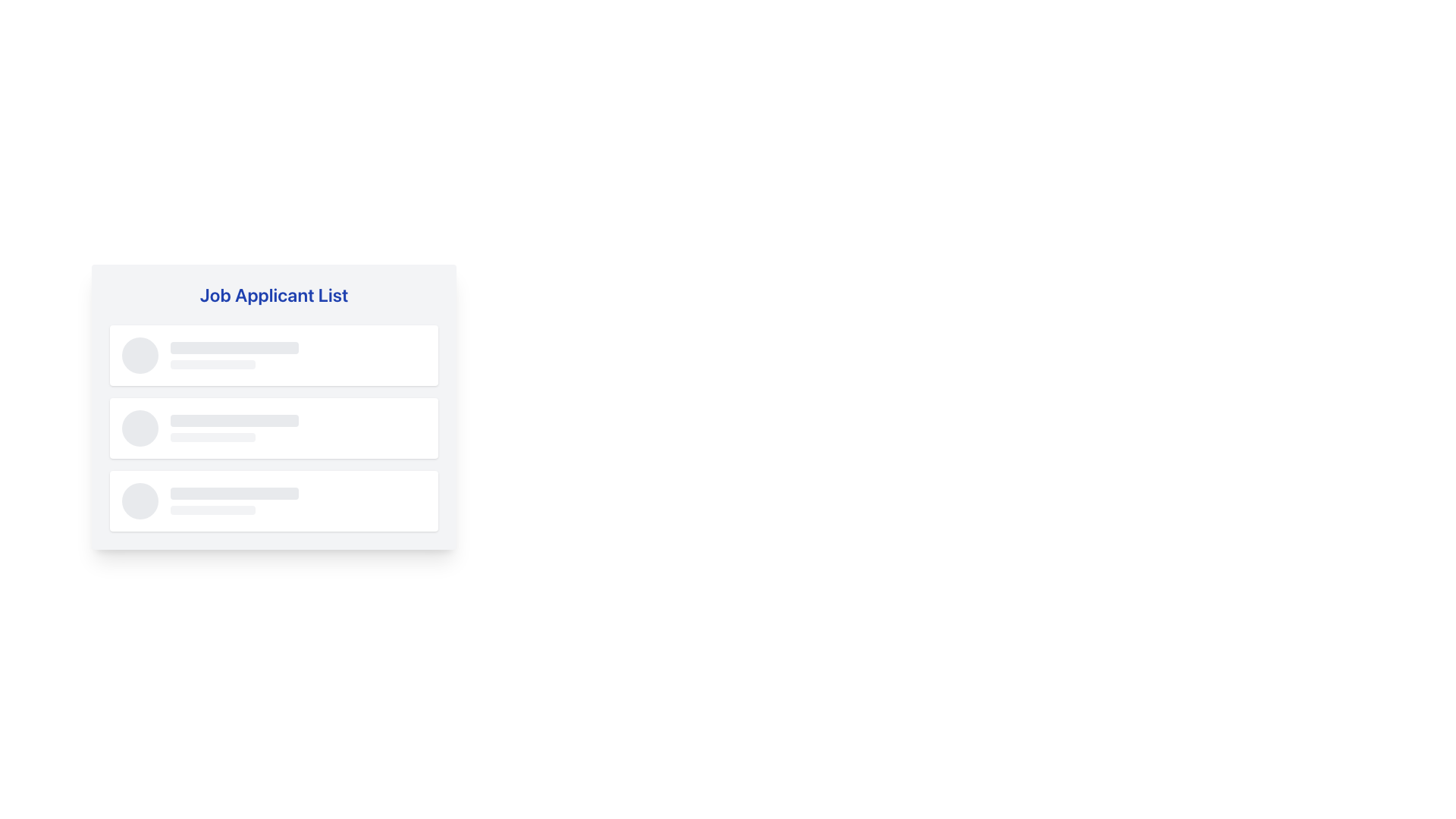 This screenshot has height=819, width=1456. I want to click on the second List Item Card in the 'Job Applicant List', which has a white background, rounded corners, and a shadow effect, so click(274, 428).